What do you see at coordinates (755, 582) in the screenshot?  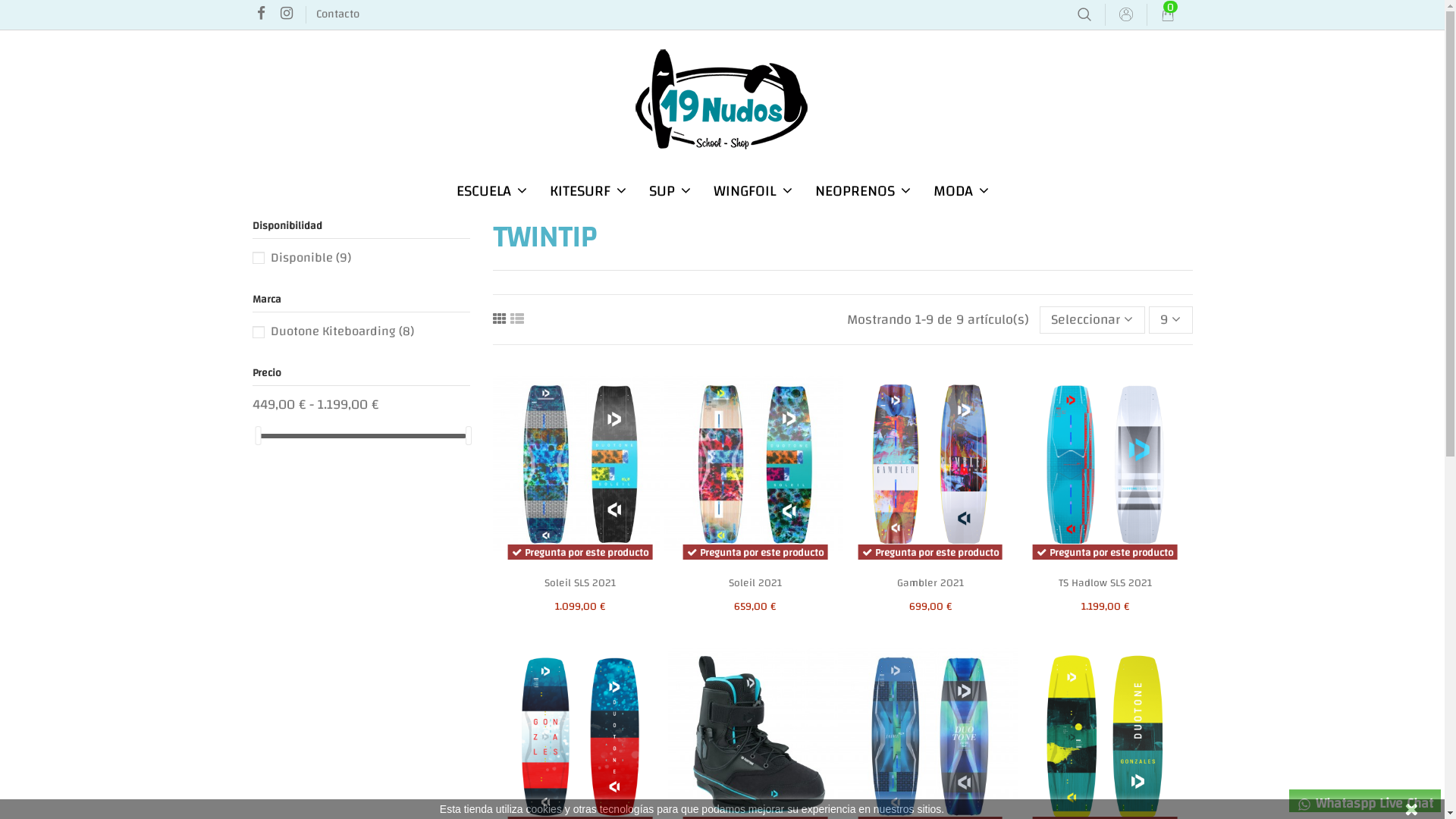 I see `'Soleil 2021'` at bounding box center [755, 582].